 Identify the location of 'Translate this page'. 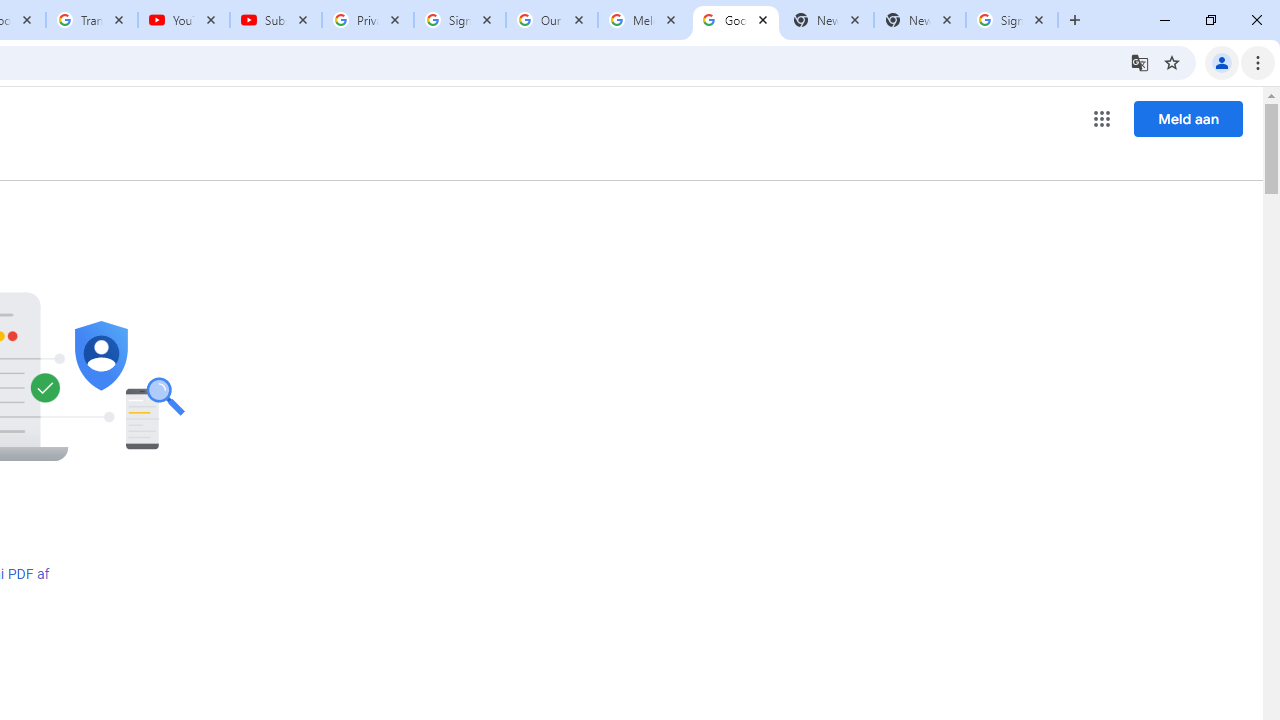
(1139, 61).